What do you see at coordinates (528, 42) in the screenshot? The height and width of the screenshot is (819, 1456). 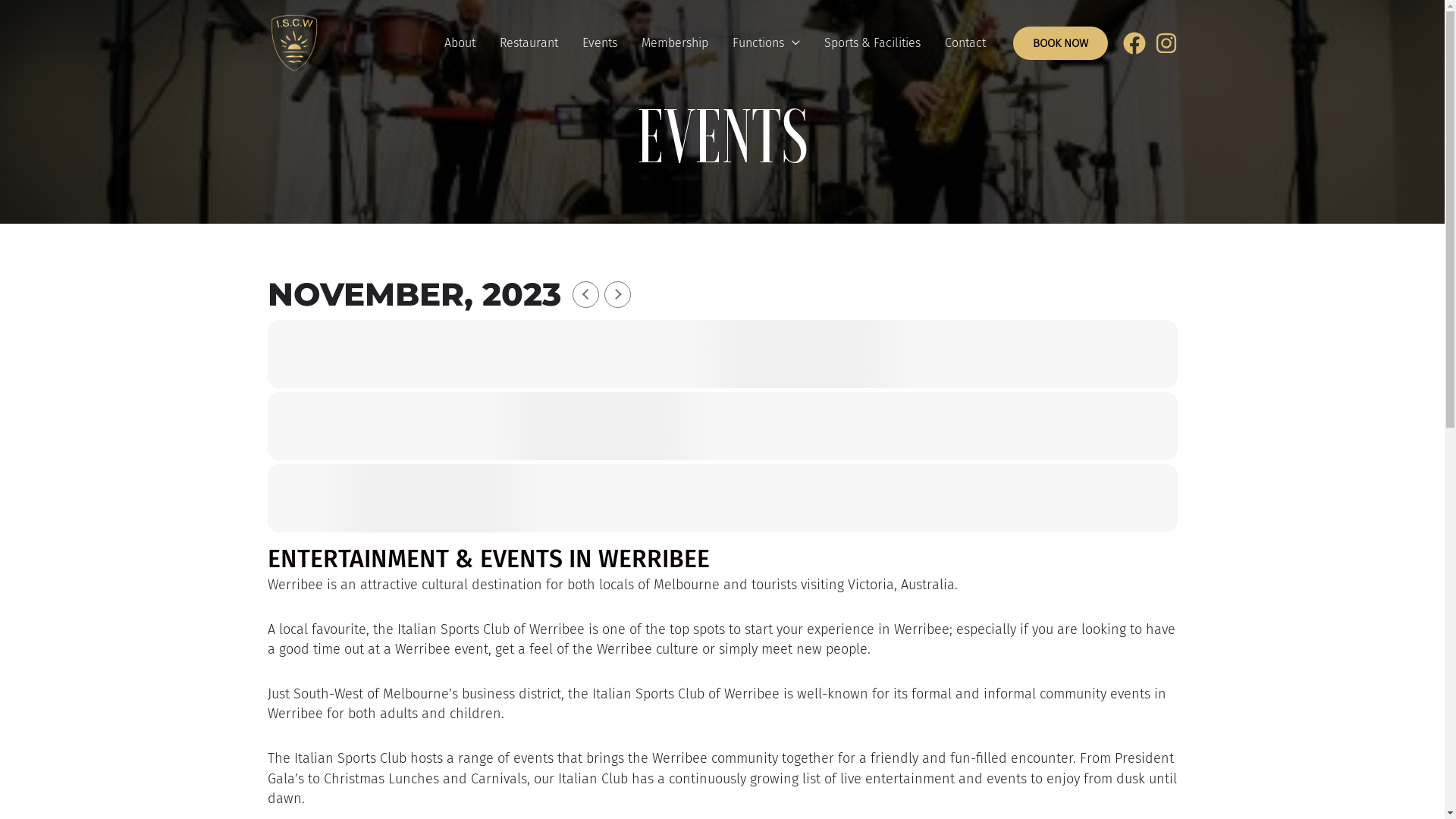 I see `'Restaurant'` at bounding box center [528, 42].